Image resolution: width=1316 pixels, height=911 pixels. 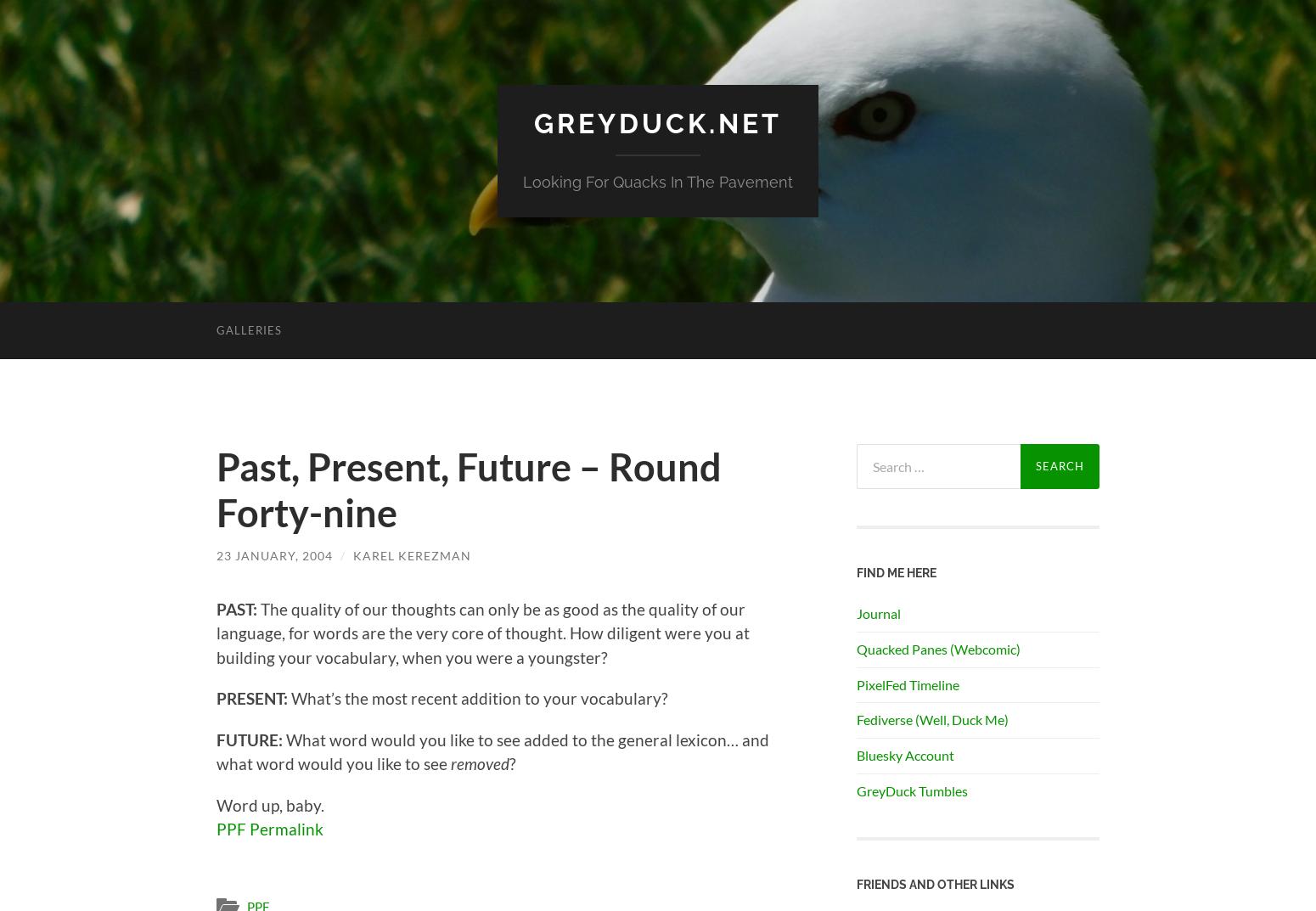 I want to click on 'Find Me Here', so click(x=897, y=571).